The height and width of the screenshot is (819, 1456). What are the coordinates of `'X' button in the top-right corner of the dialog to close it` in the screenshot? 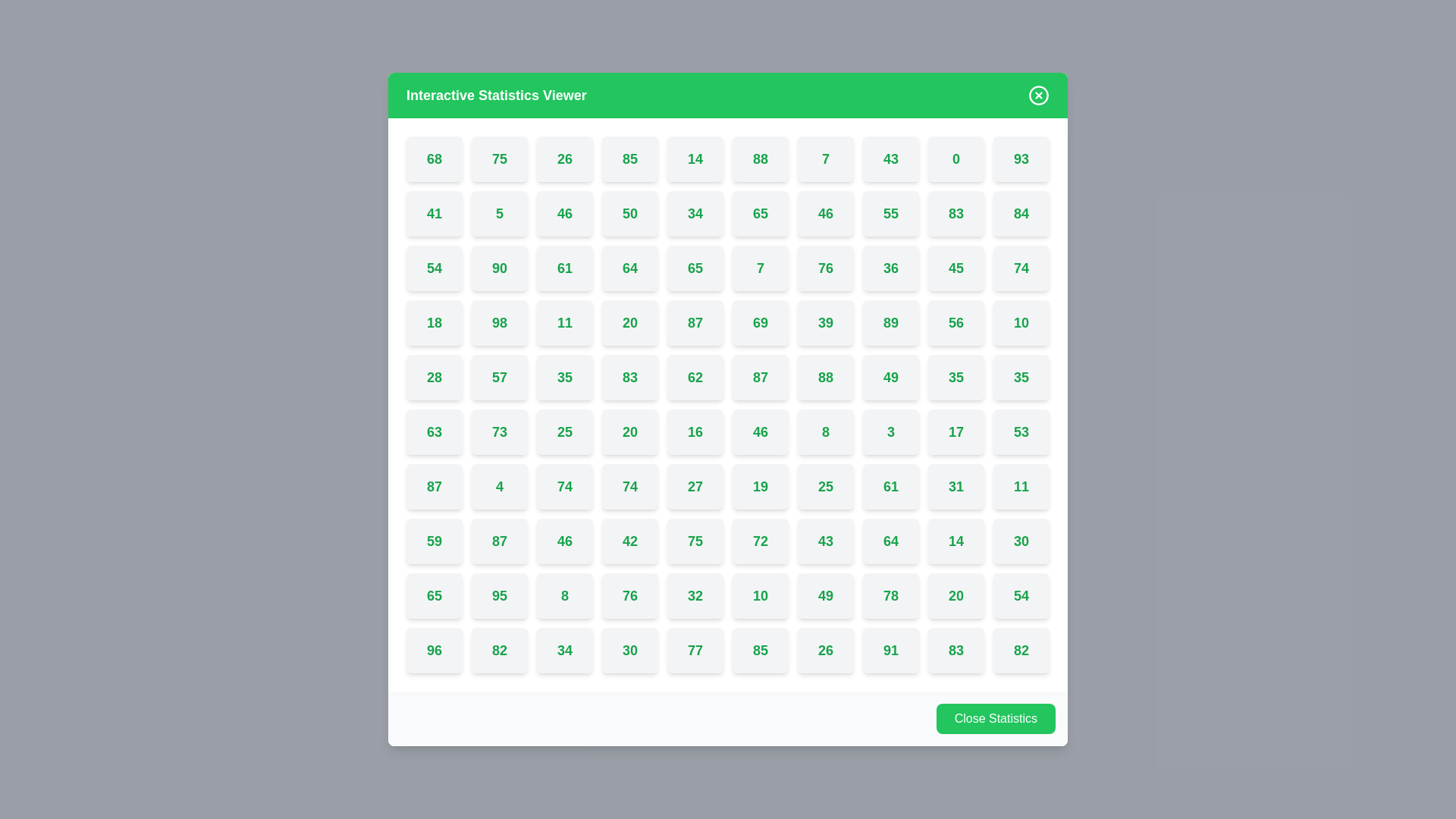 It's located at (1037, 96).